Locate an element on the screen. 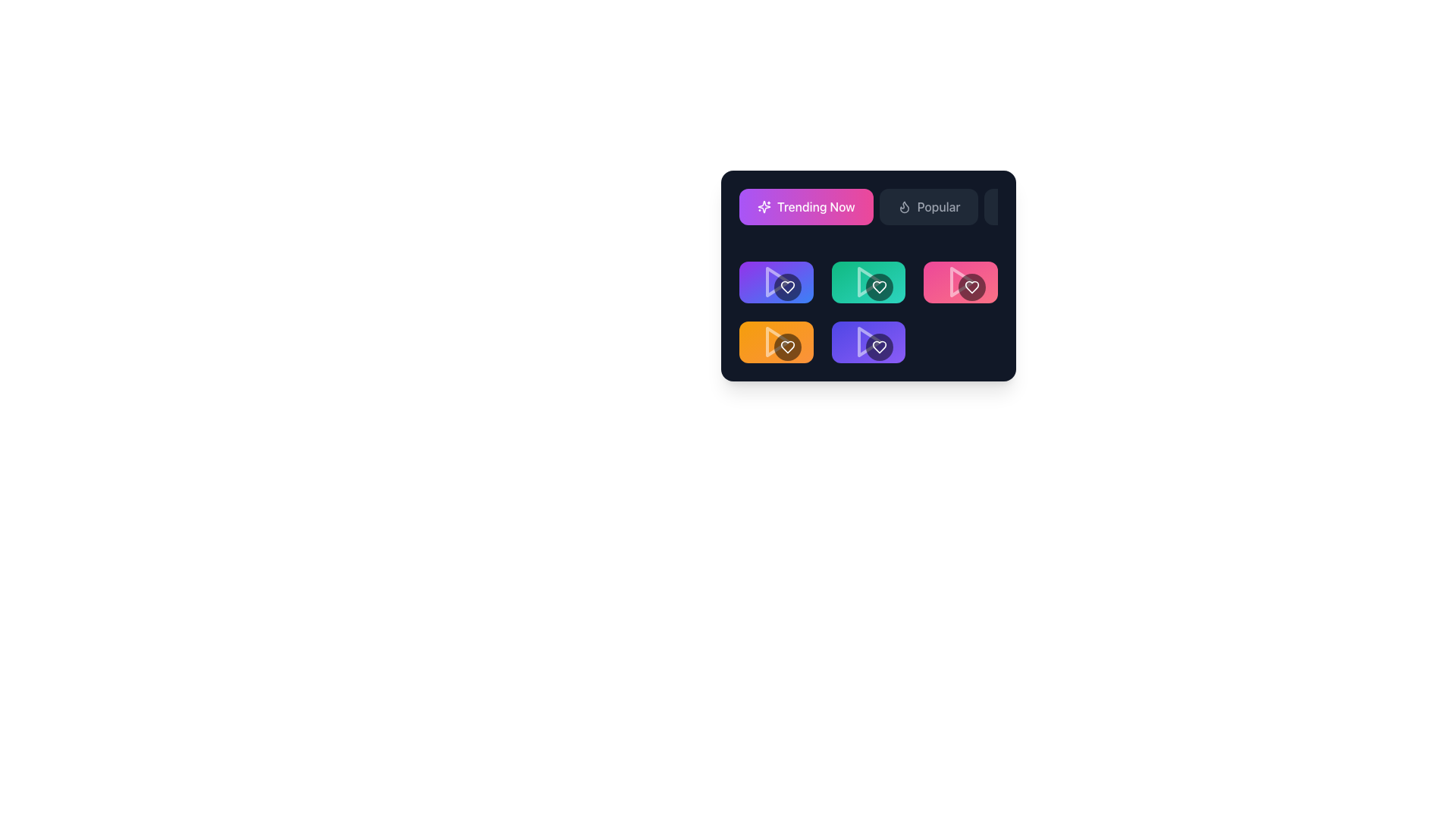  the 'Popular' button, which is the rightmost button in the horizontal button group is located at coordinates (960, 231).